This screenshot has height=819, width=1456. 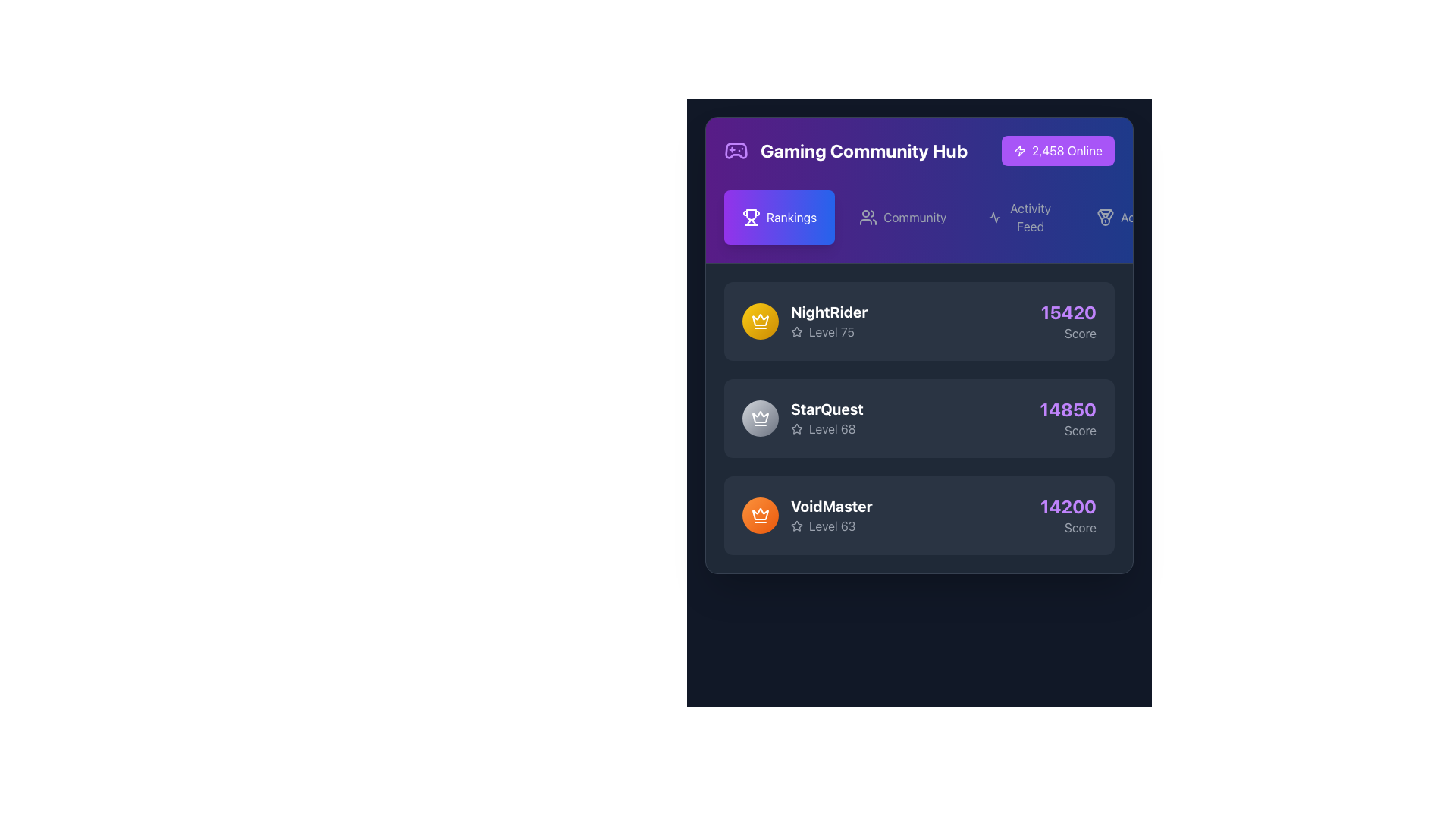 What do you see at coordinates (761, 514) in the screenshot?
I see `the crown icon, which is positioned inside a rounded background with a gradient orange tone, located below the 'Rankings' header` at bounding box center [761, 514].